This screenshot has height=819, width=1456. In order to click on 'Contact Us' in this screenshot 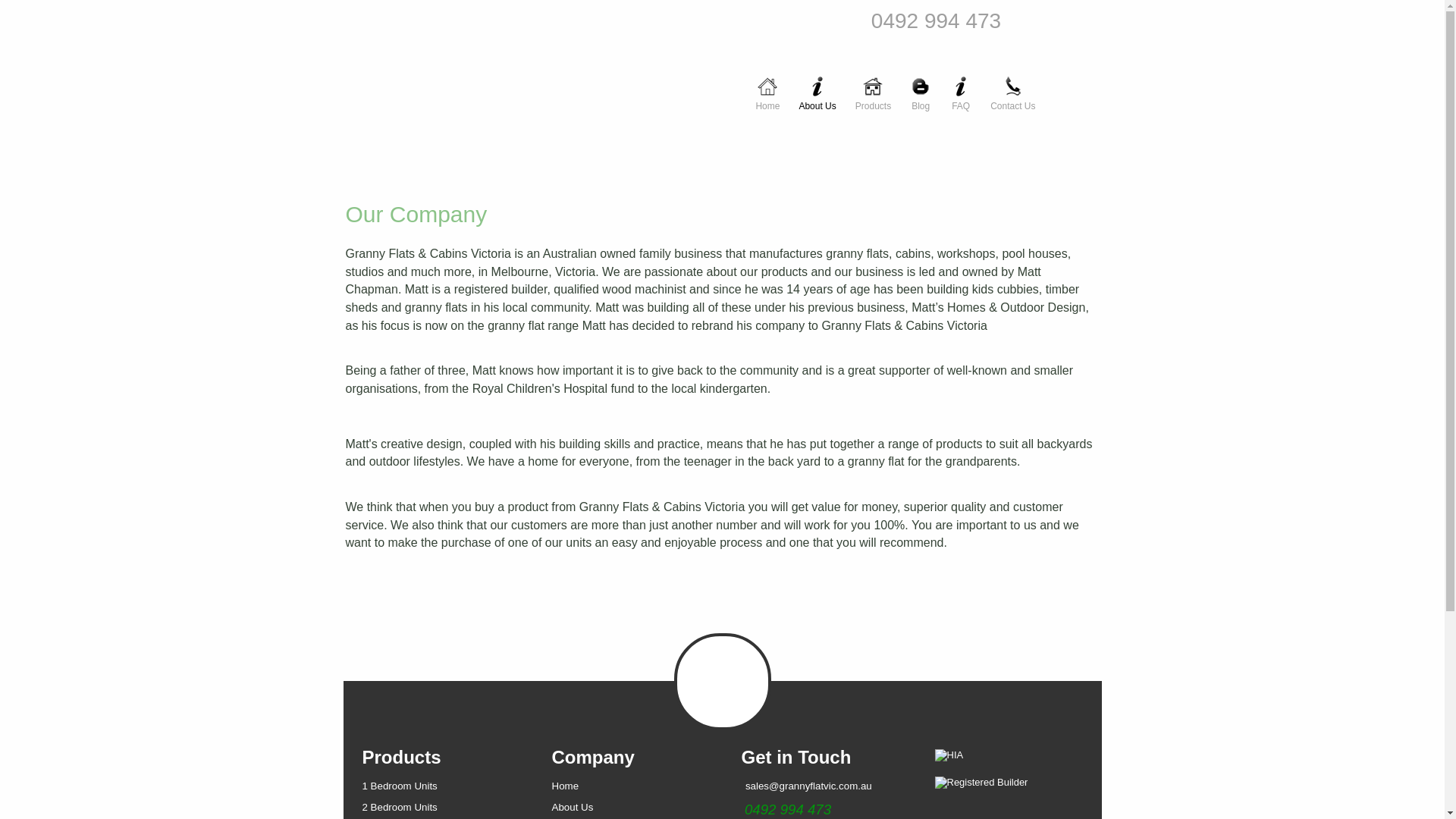, I will do `click(1012, 85)`.